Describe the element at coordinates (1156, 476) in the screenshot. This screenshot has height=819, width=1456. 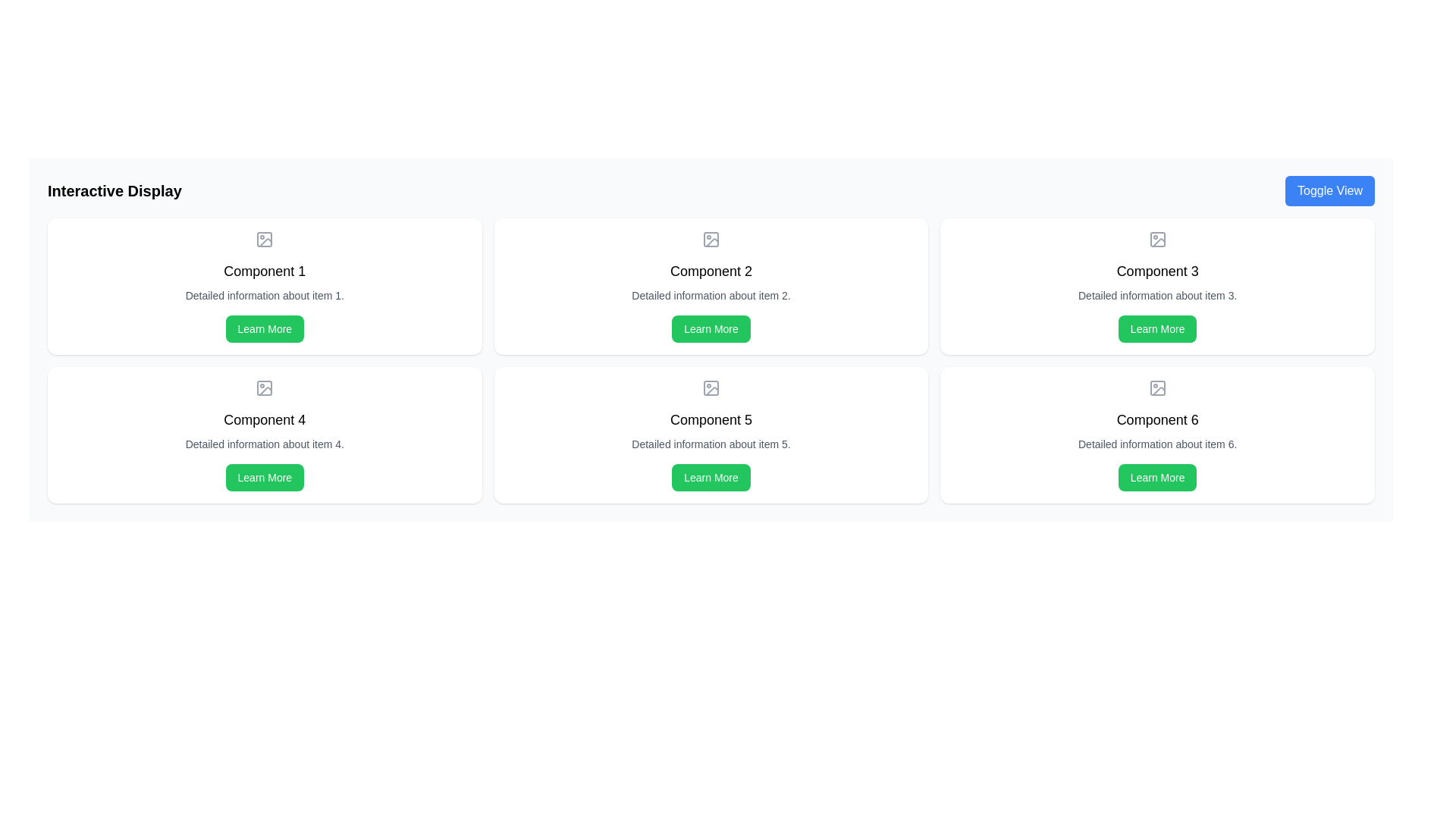
I see `the rectangular 'Learn More' button with a green background and white text located at the bottom center of the 'Component 6' card` at that location.